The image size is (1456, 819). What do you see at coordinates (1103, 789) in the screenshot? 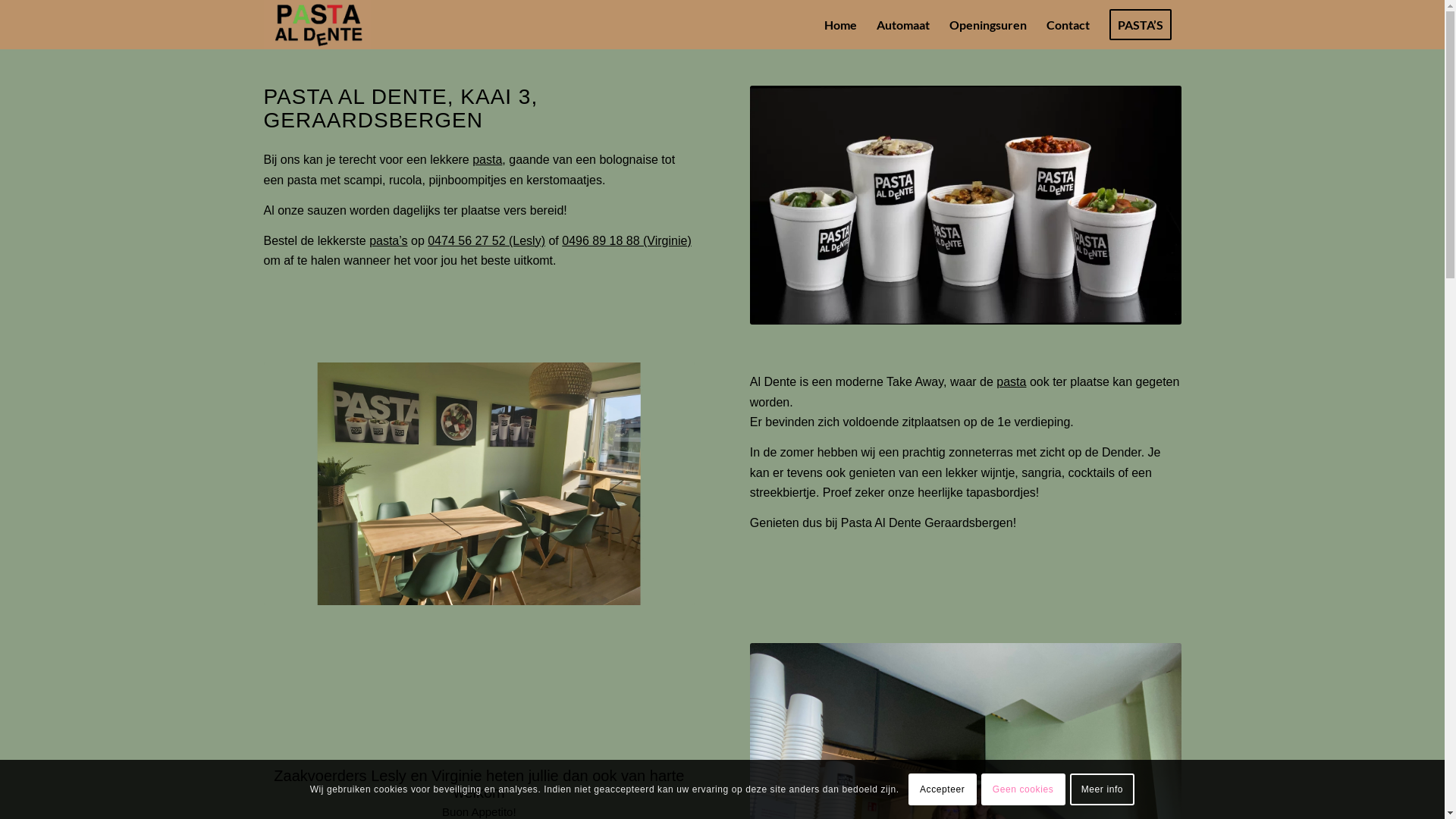
I see `'Meer info'` at bounding box center [1103, 789].